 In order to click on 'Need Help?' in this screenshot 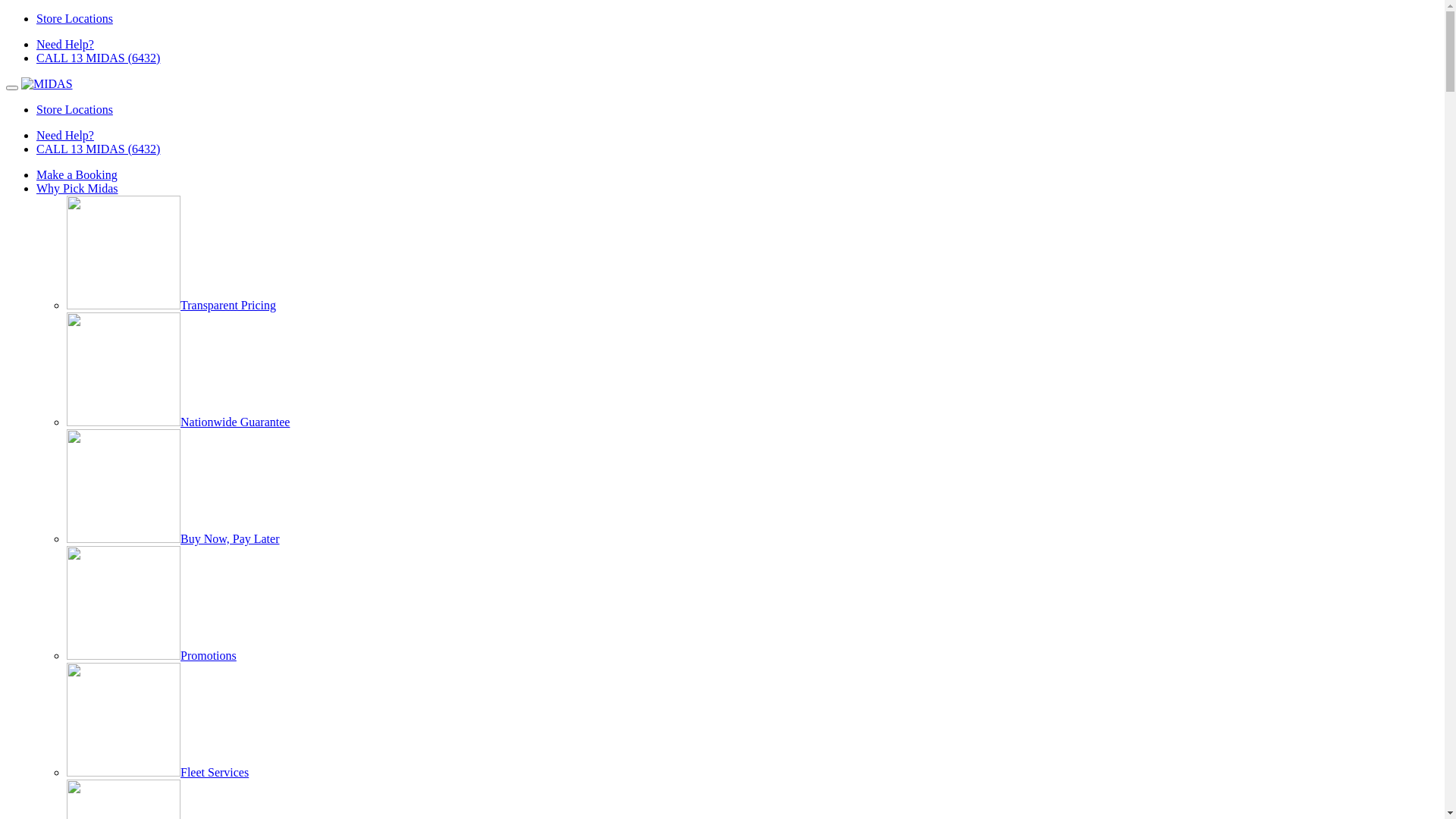, I will do `click(64, 134)`.